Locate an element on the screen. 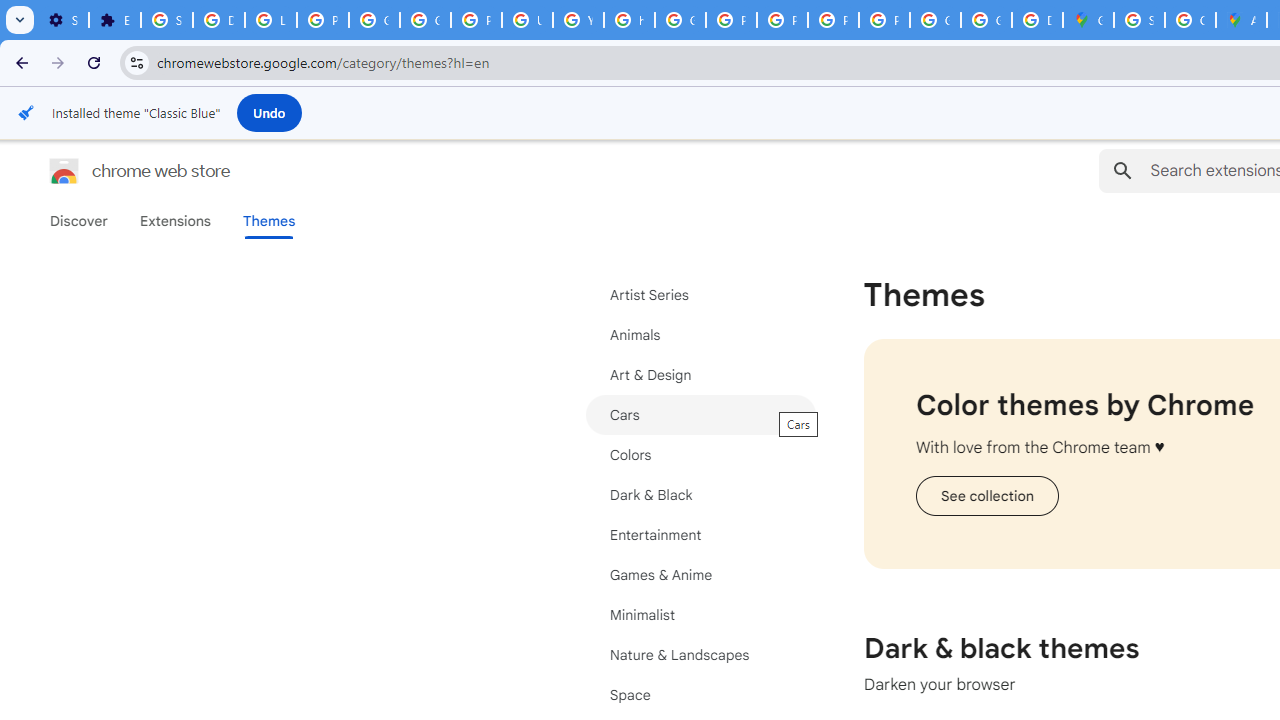  'Delete photos & videos - Computer - Google Photos Help' is located at coordinates (218, 20).